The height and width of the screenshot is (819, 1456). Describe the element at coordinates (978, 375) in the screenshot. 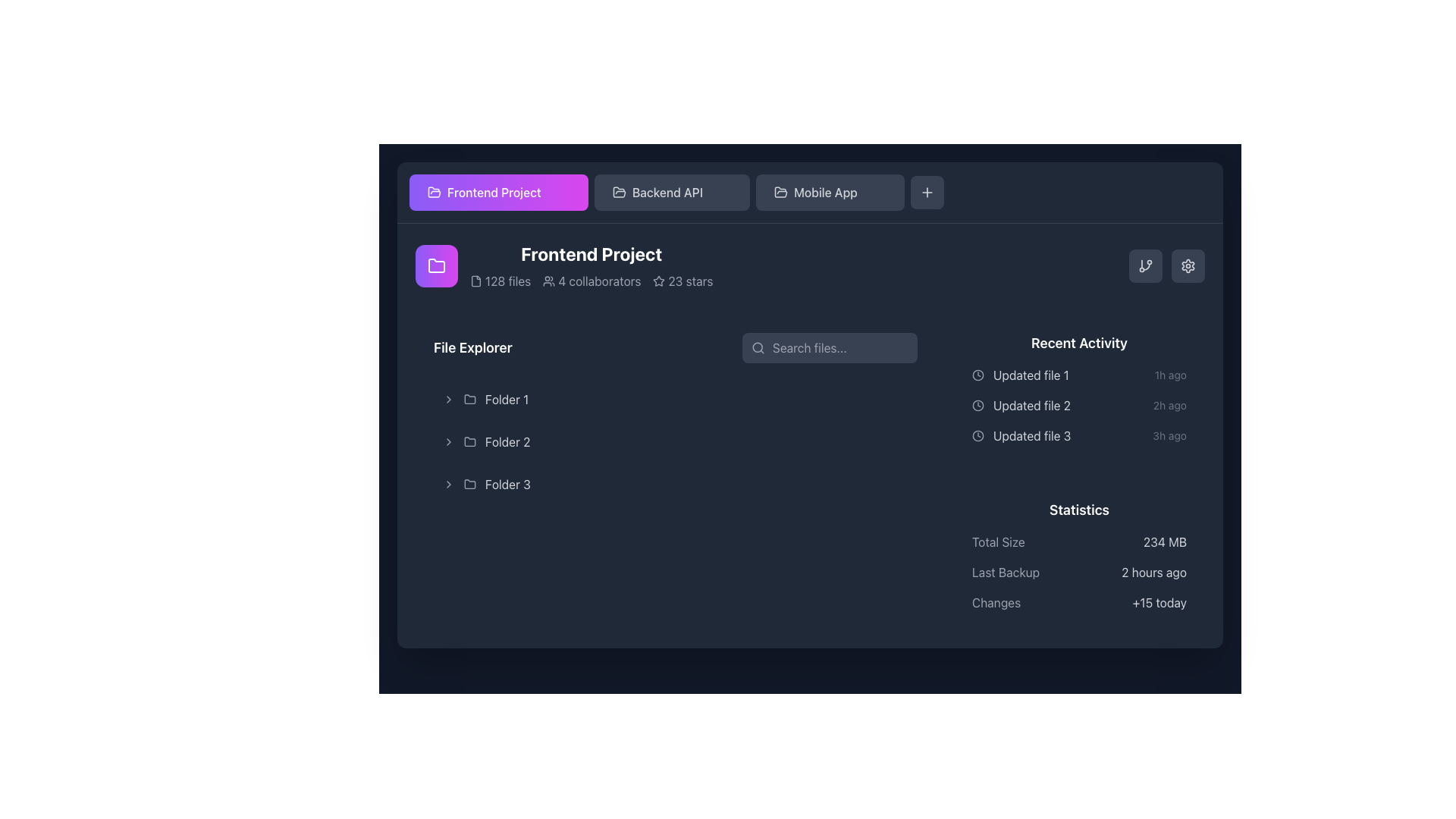

I see `the timestamp icon located to the left of the 'Updated file 1' text in the recent activity log` at that location.